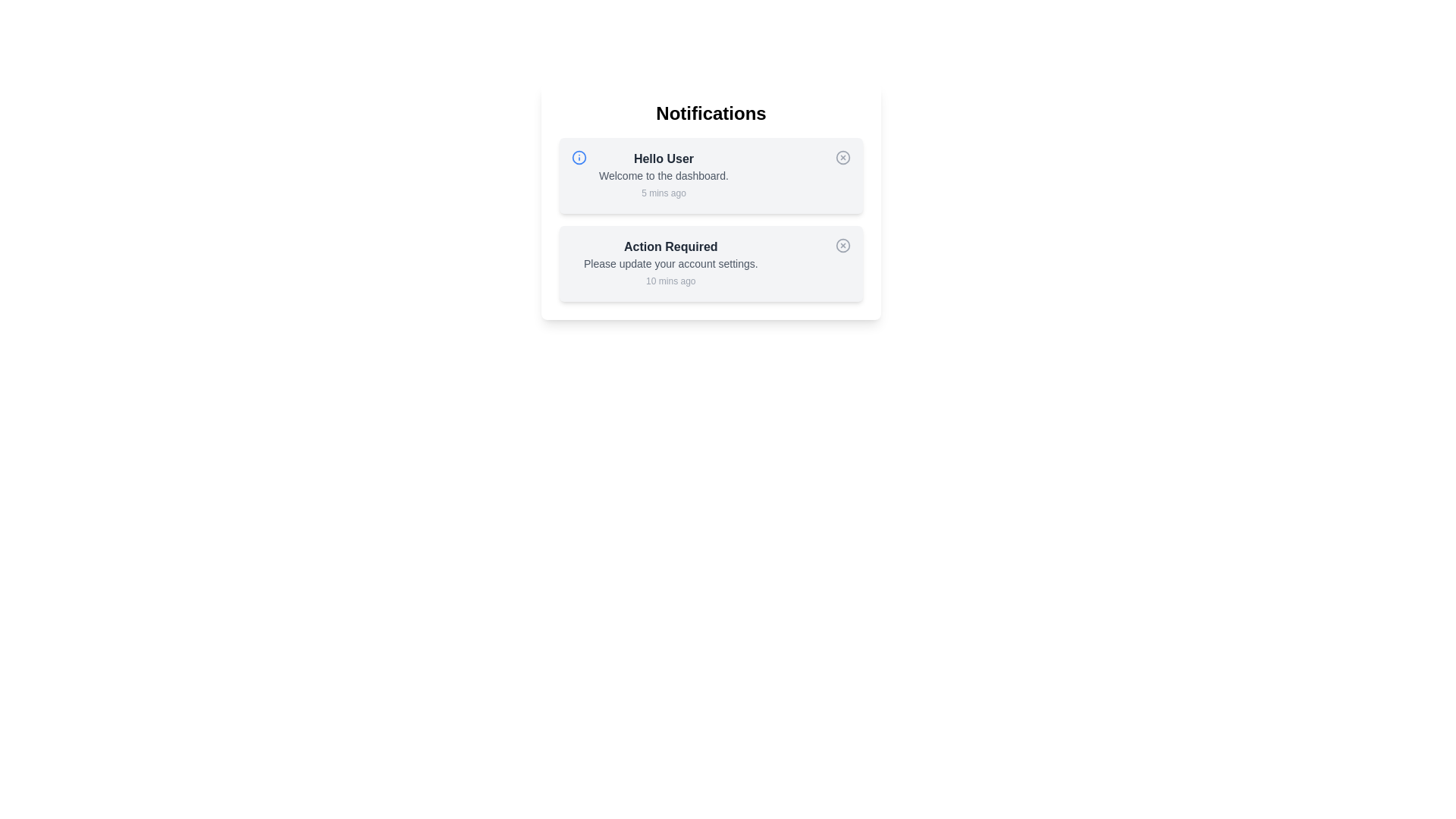  I want to click on the SVG Circle element located at the center of the circular icon within the notification card labeled 'Hello User', so click(578, 158).